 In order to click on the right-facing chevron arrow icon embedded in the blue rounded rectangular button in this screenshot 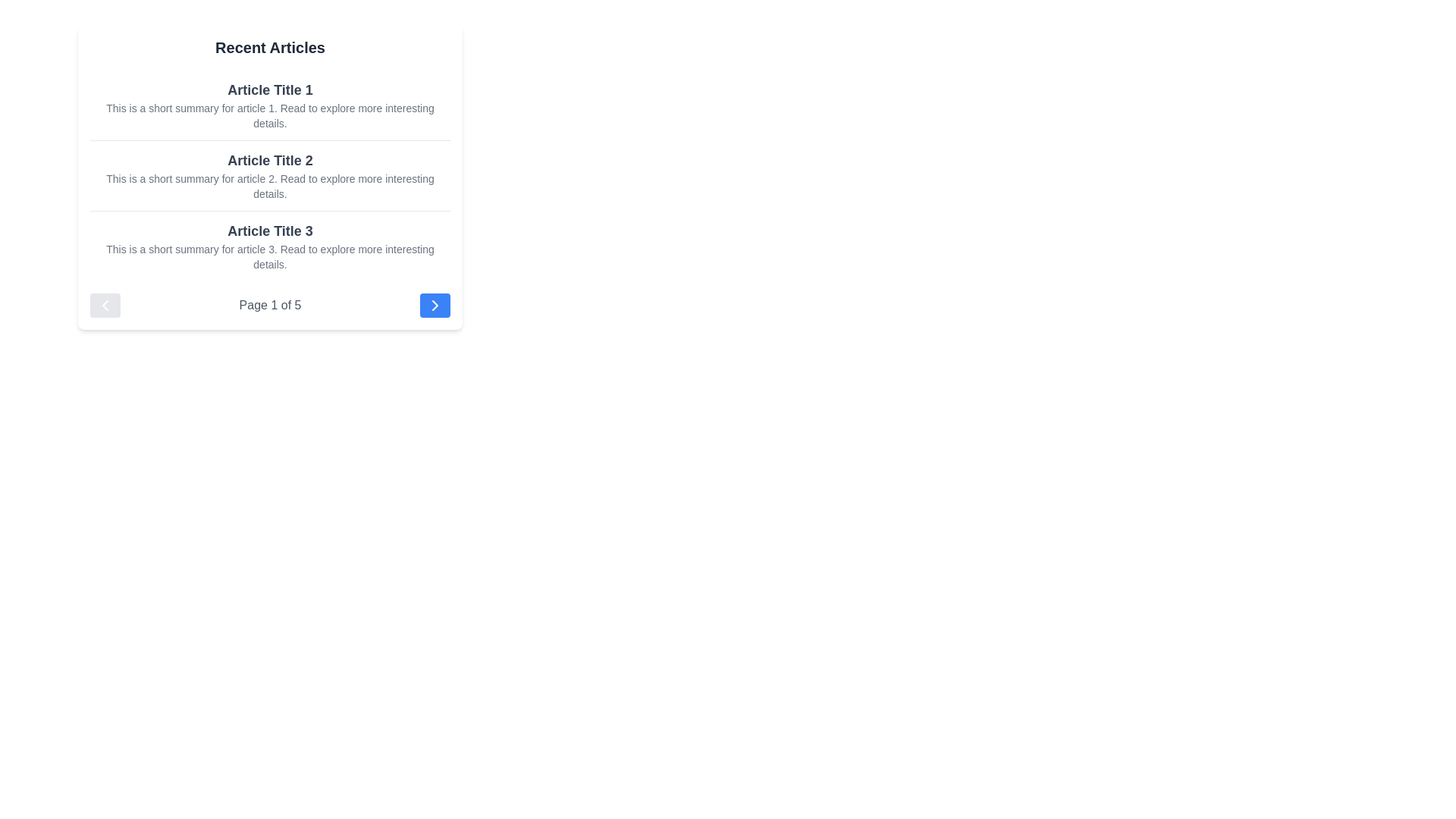, I will do `click(434, 305)`.